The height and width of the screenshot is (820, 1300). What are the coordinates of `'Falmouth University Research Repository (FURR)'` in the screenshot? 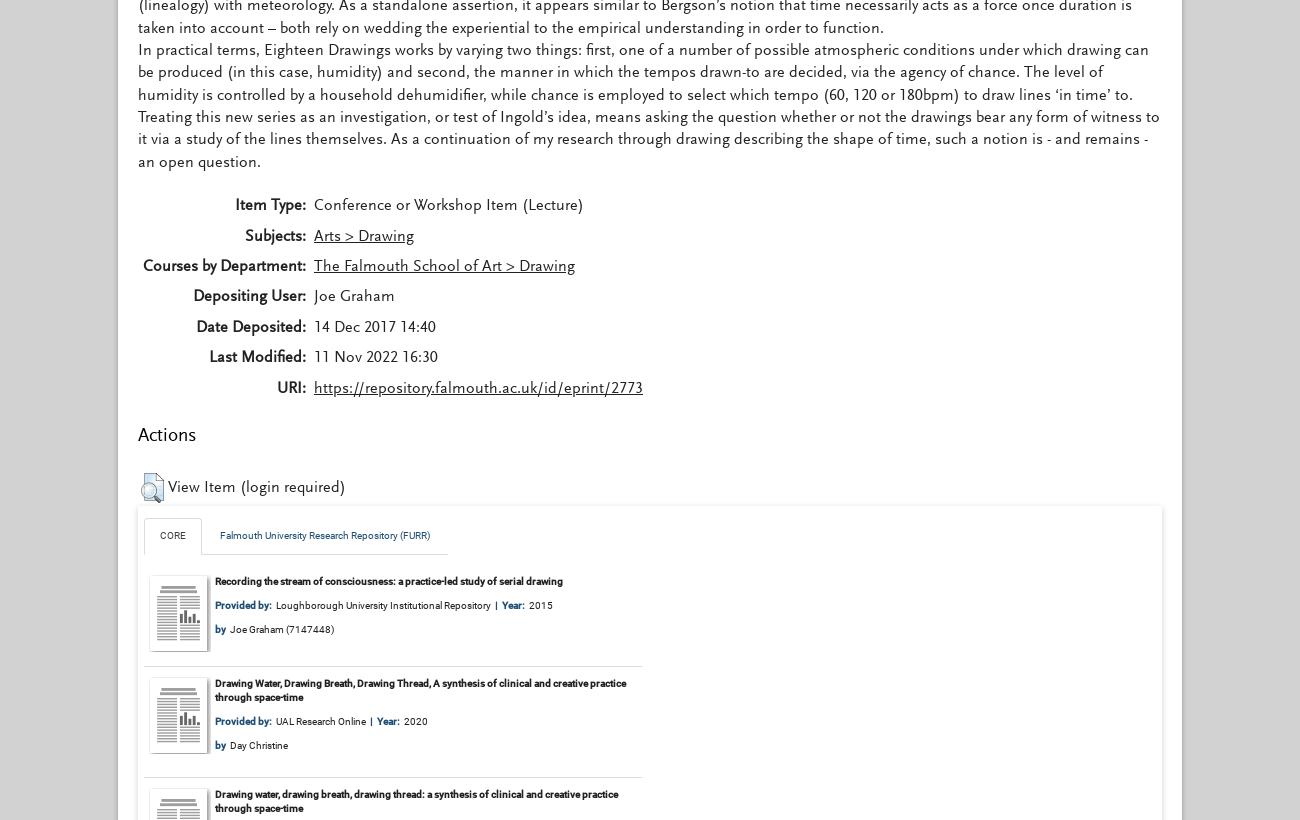 It's located at (325, 534).